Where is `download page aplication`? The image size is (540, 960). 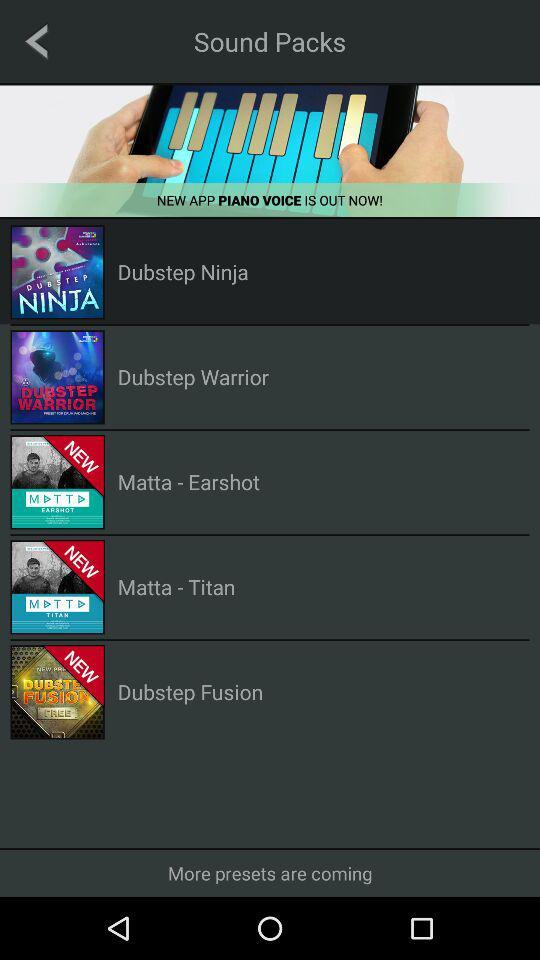 download page aplication is located at coordinates (270, 150).